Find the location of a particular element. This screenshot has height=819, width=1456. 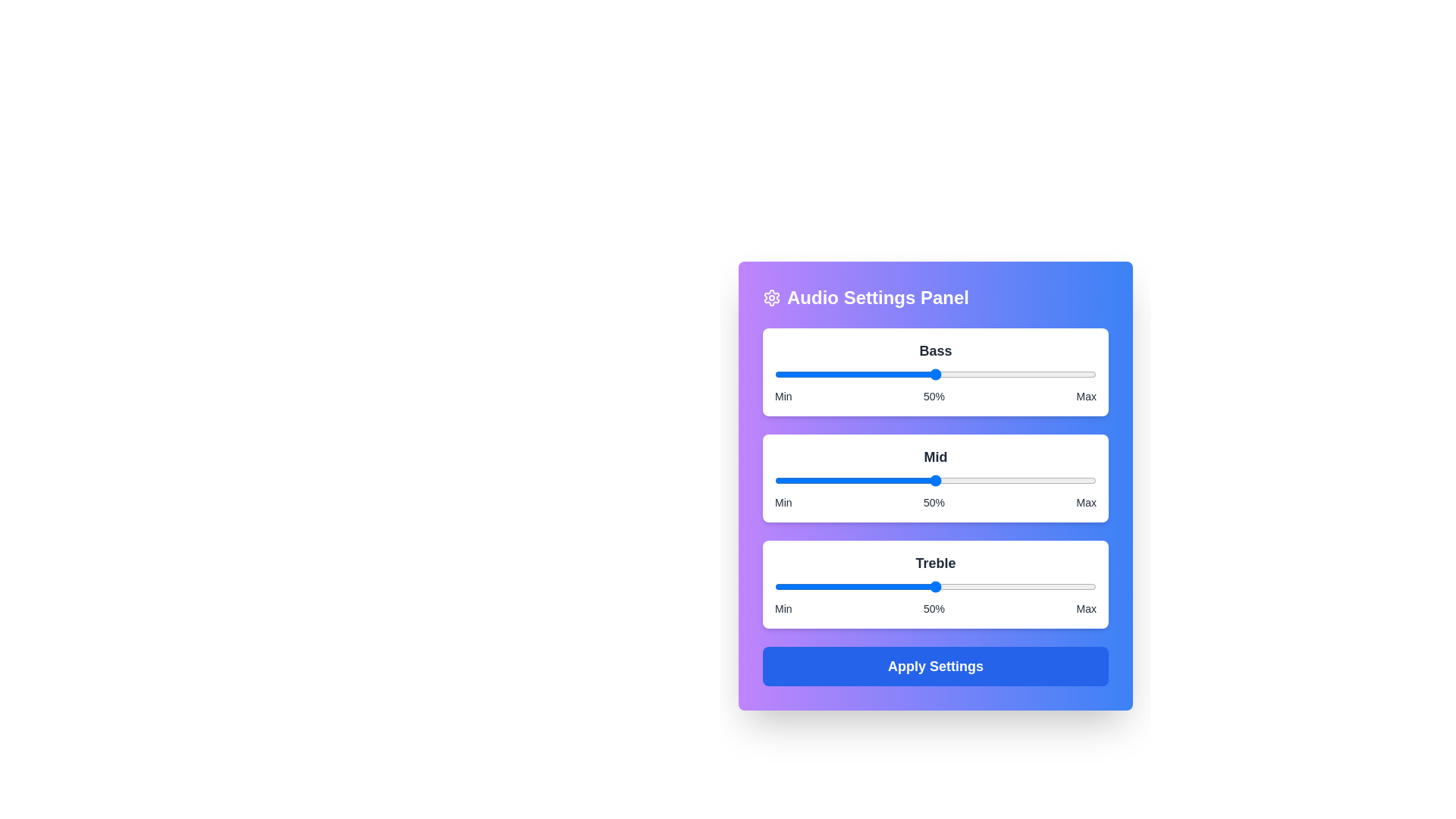

the bass level is located at coordinates (784, 374).